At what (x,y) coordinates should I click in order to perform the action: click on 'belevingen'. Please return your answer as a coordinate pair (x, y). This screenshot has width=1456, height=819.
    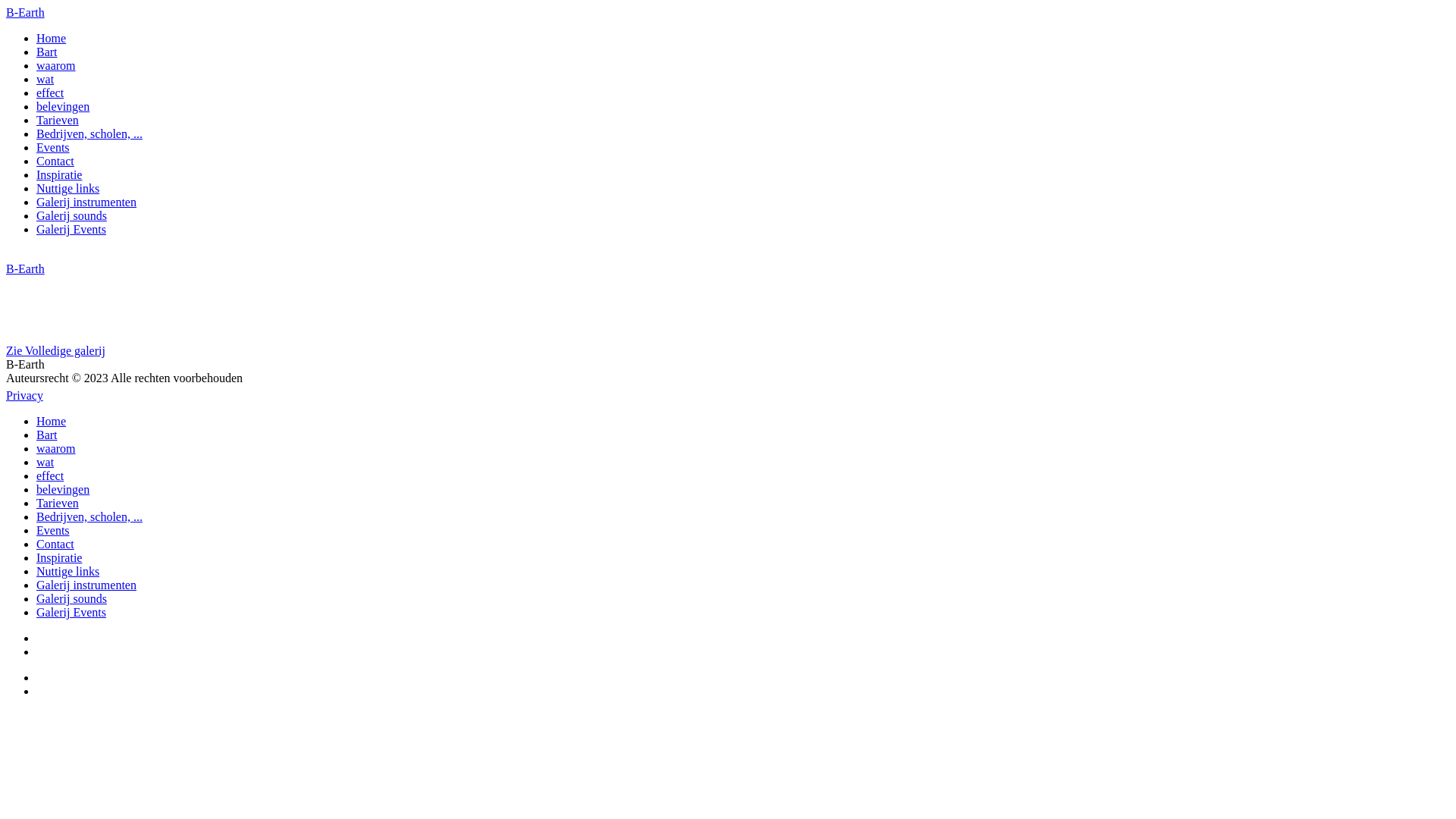
    Looking at the image, I should click on (61, 105).